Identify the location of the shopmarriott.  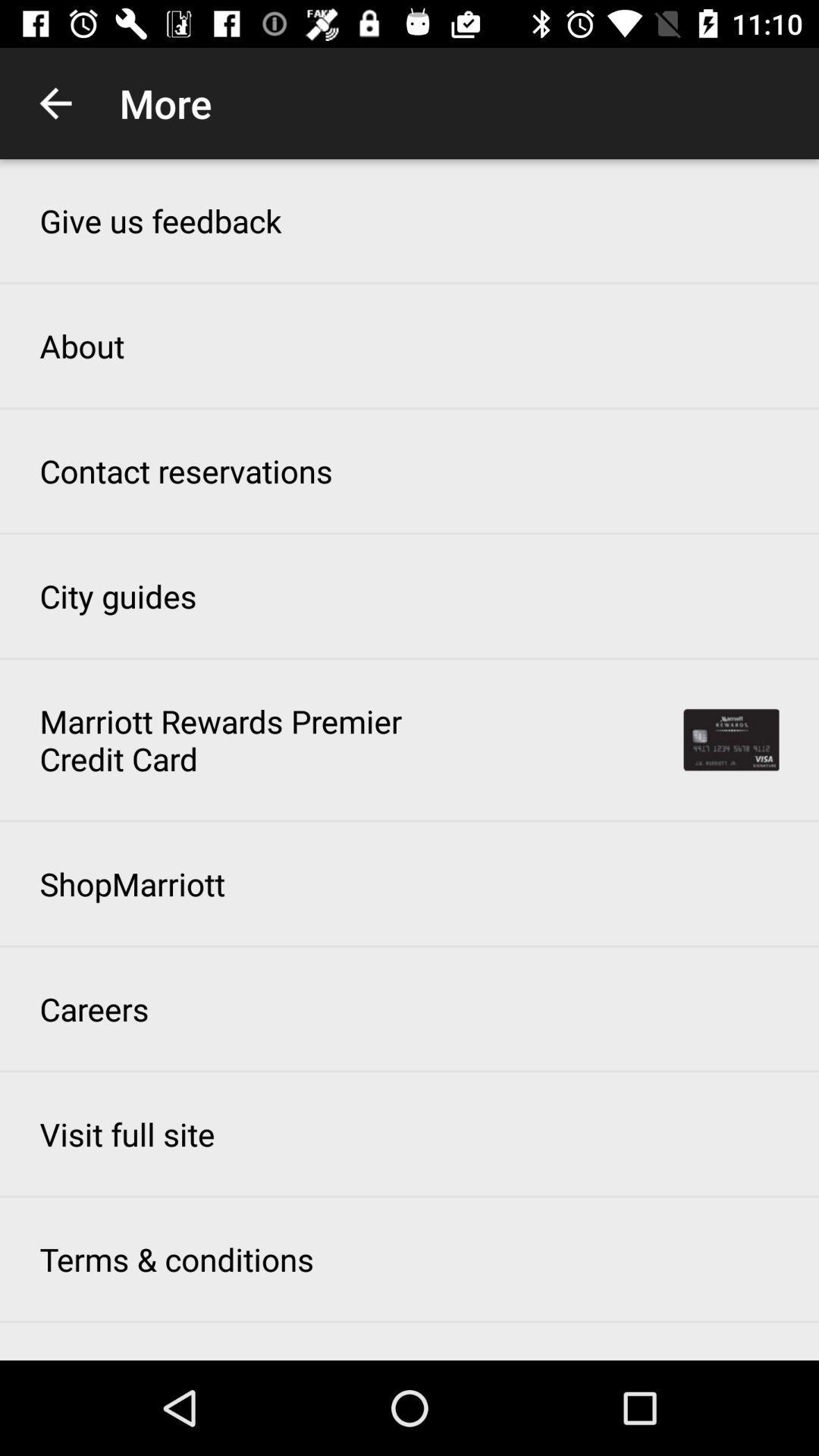
(131, 883).